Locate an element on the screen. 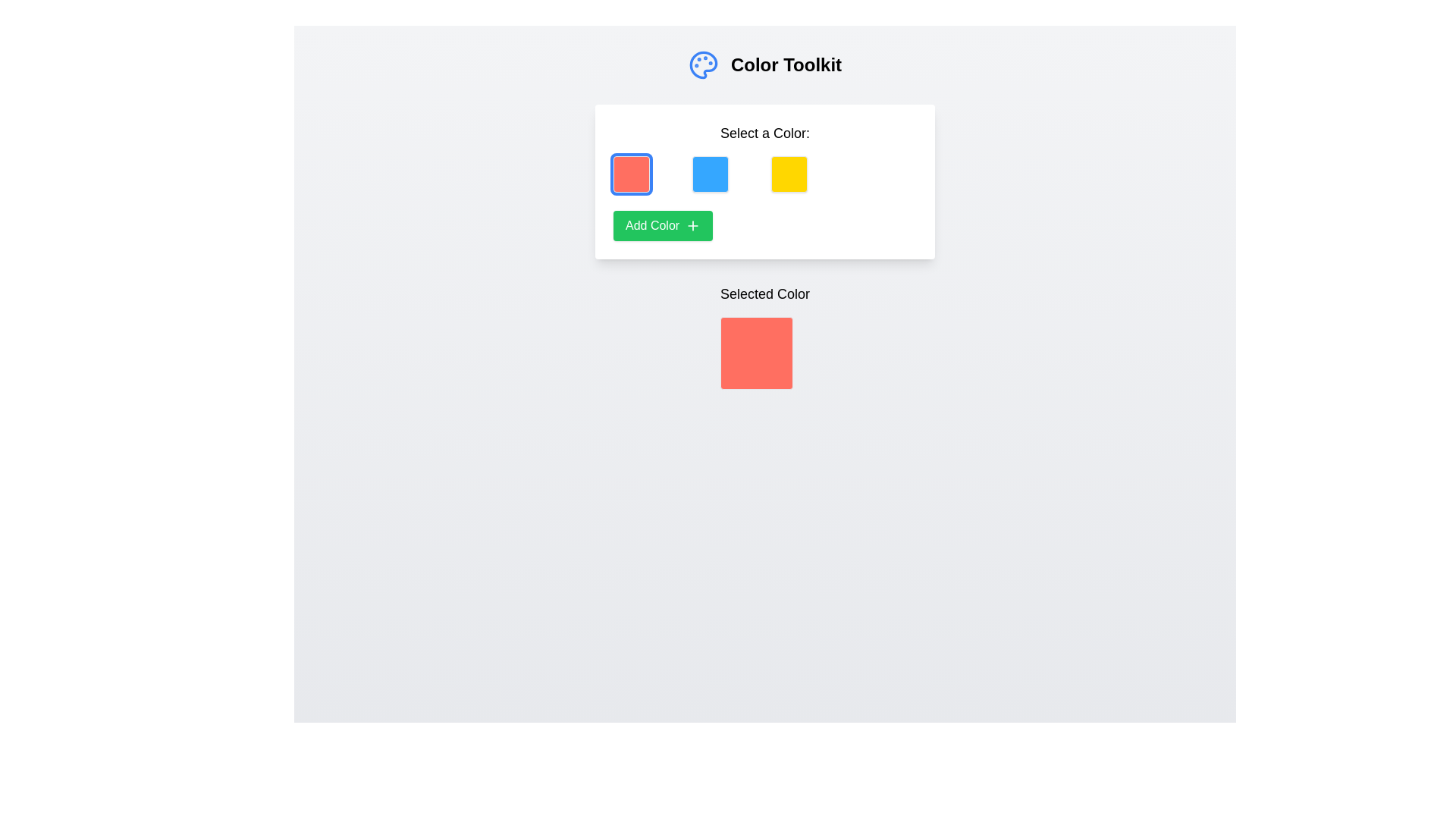 Image resolution: width=1456 pixels, height=819 pixels. header element indicating the purpose of the application as a toolkit for managing or selecting colors, located at the top of the interface with text and an icon is located at coordinates (764, 64).